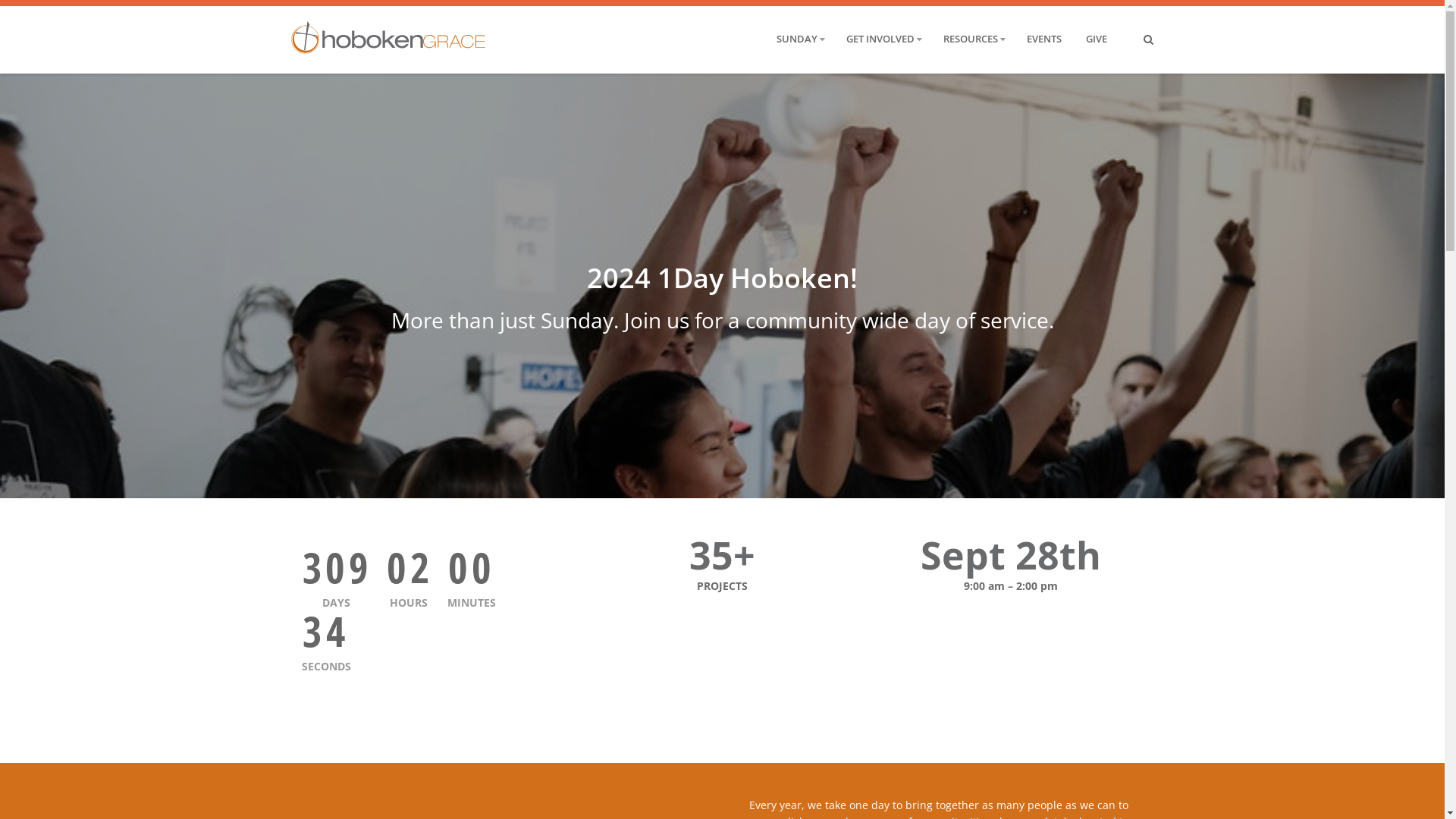 This screenshot has width=1456, height=819. What do you see at coordinates (1096, 39) in the screenshot?
I see `'GIVE'` at bounding box center [1096, 39].